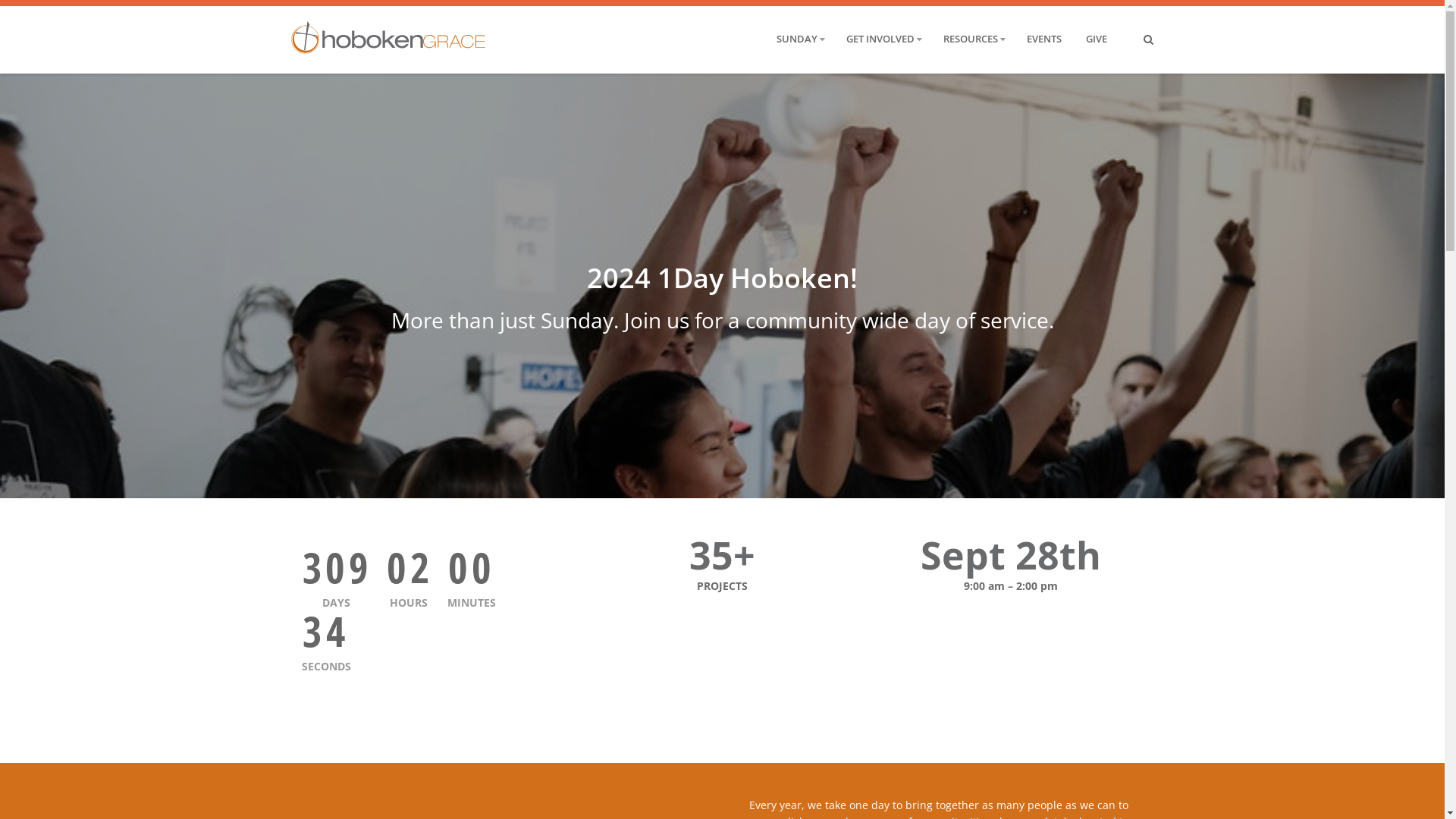 This screenshot has width=1456, height=819. What do you see at coordinates (1096, 39) in the screenshot?
I see `'GIVE'` at bounding box center [1096, 39].